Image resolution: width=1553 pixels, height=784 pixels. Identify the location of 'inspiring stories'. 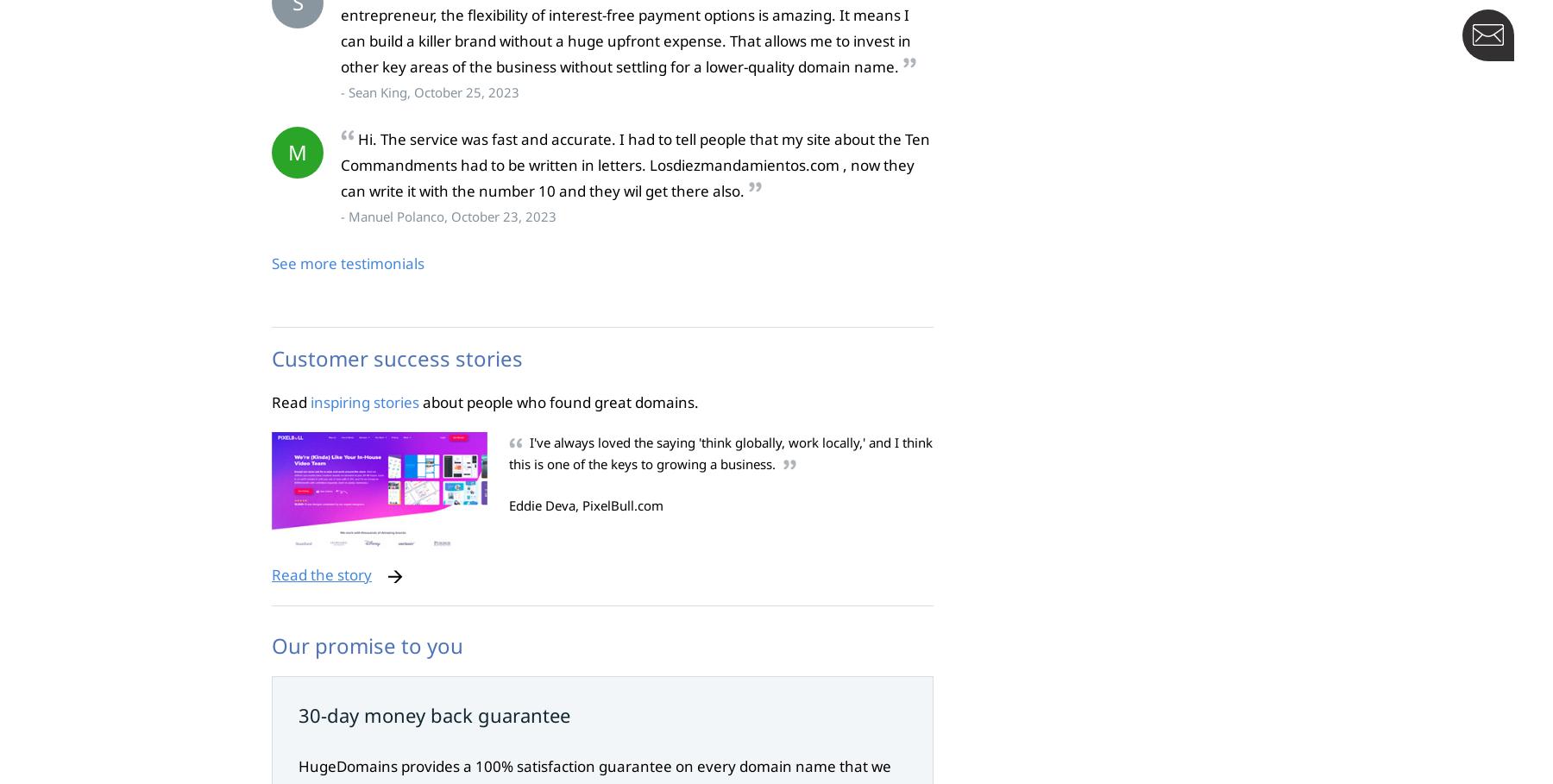
(365, 401).